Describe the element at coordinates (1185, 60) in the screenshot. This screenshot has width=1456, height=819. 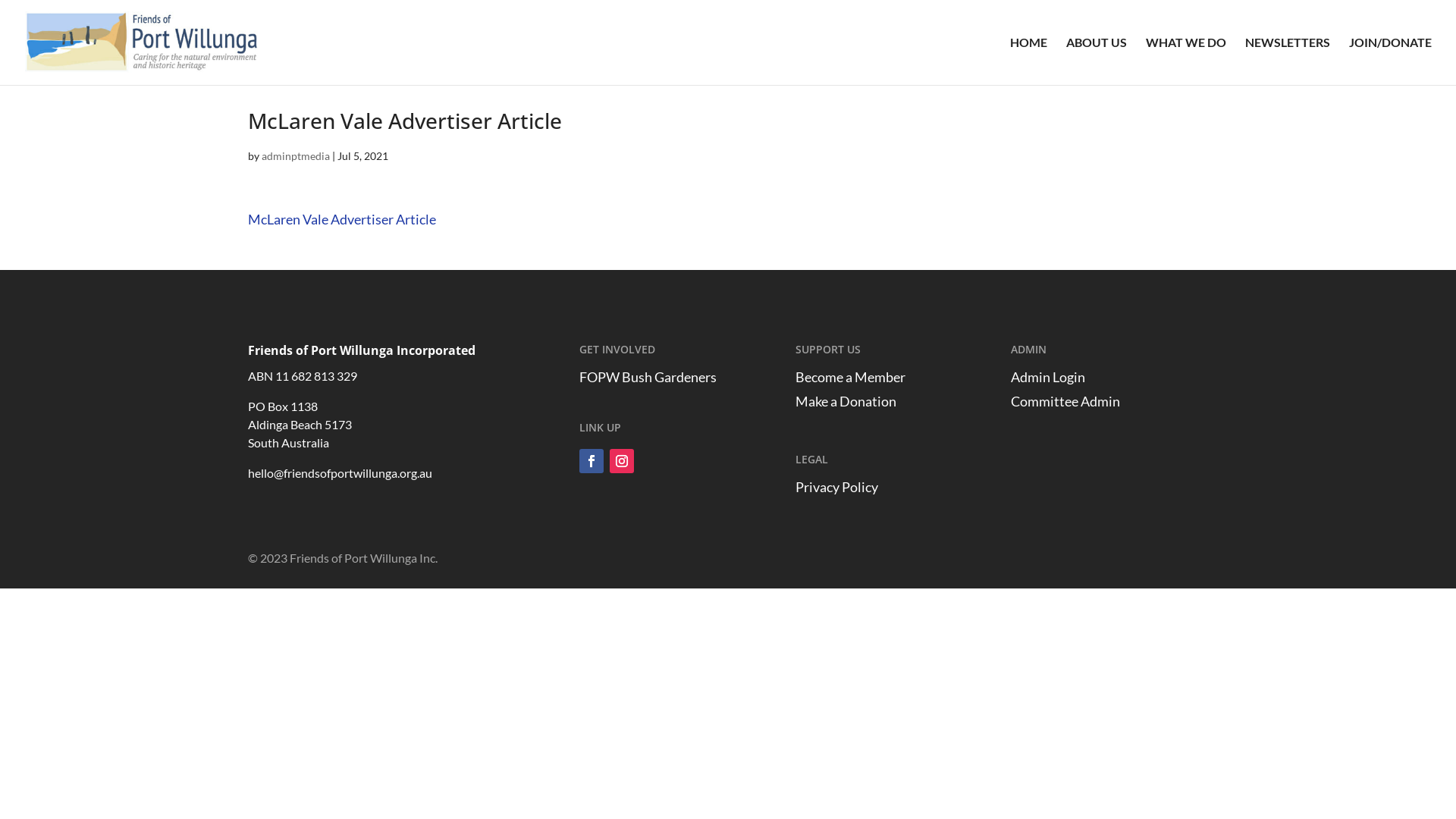
I see `'WHAT WE DO'` at that location.